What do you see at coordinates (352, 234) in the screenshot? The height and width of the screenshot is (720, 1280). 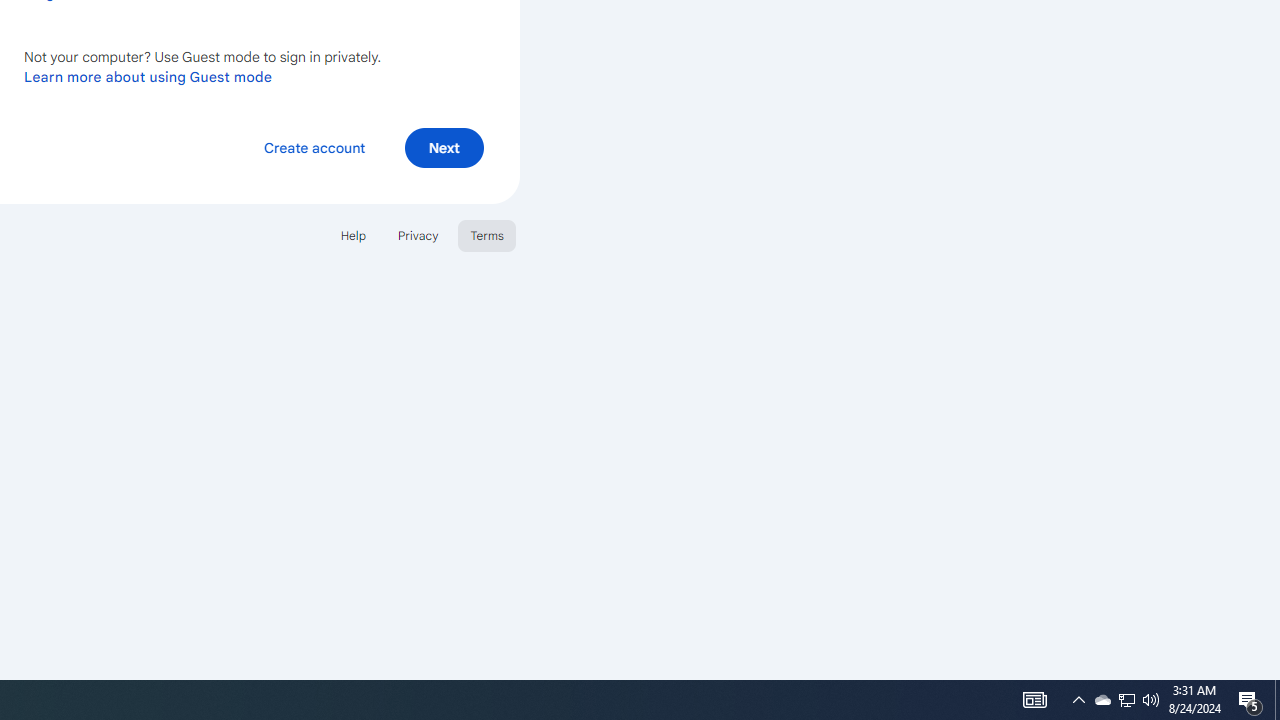 I see `'Help'` at bounding box center [352, 234].